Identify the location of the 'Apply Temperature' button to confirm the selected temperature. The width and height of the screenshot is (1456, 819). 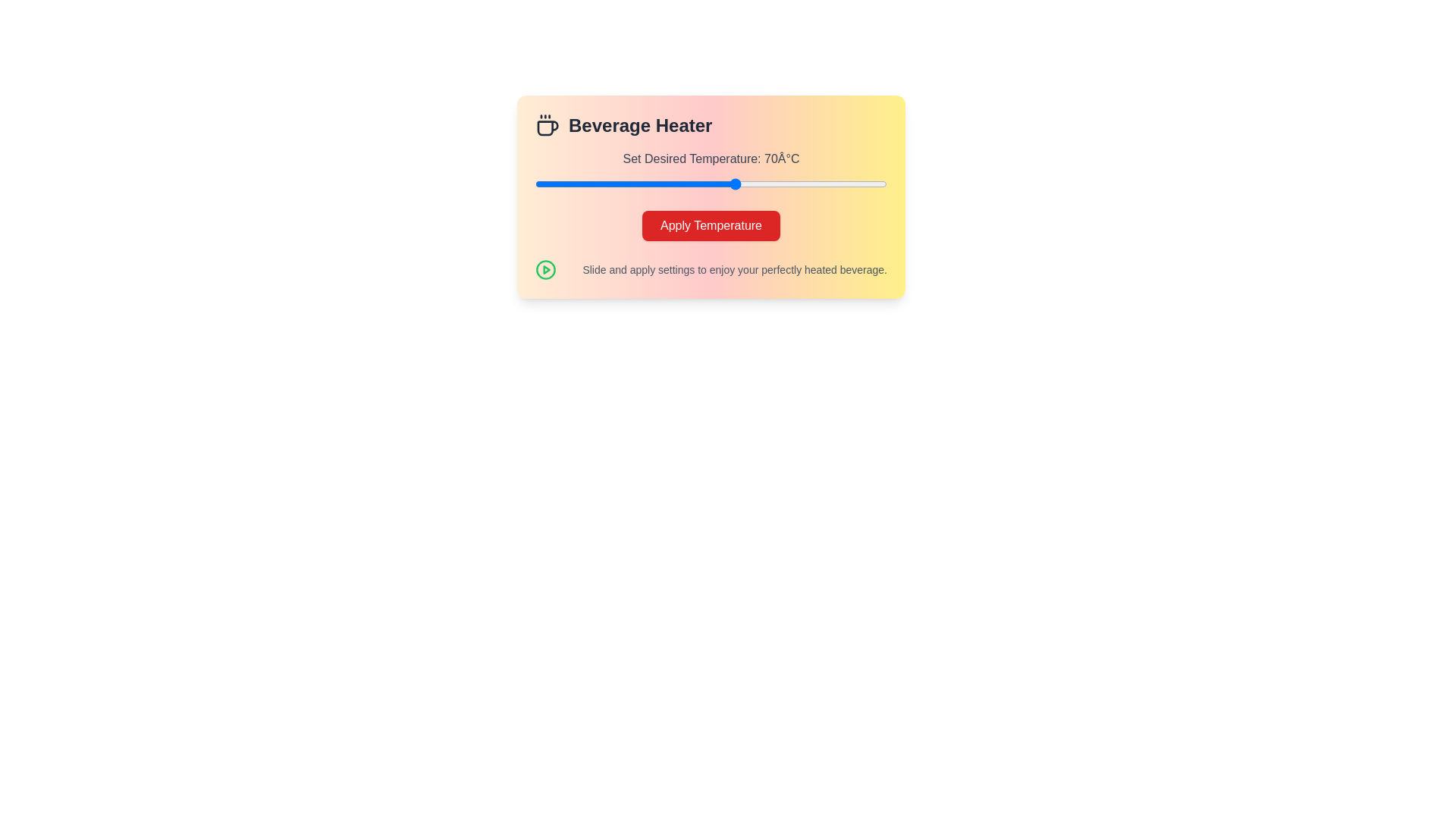
(710, 225).